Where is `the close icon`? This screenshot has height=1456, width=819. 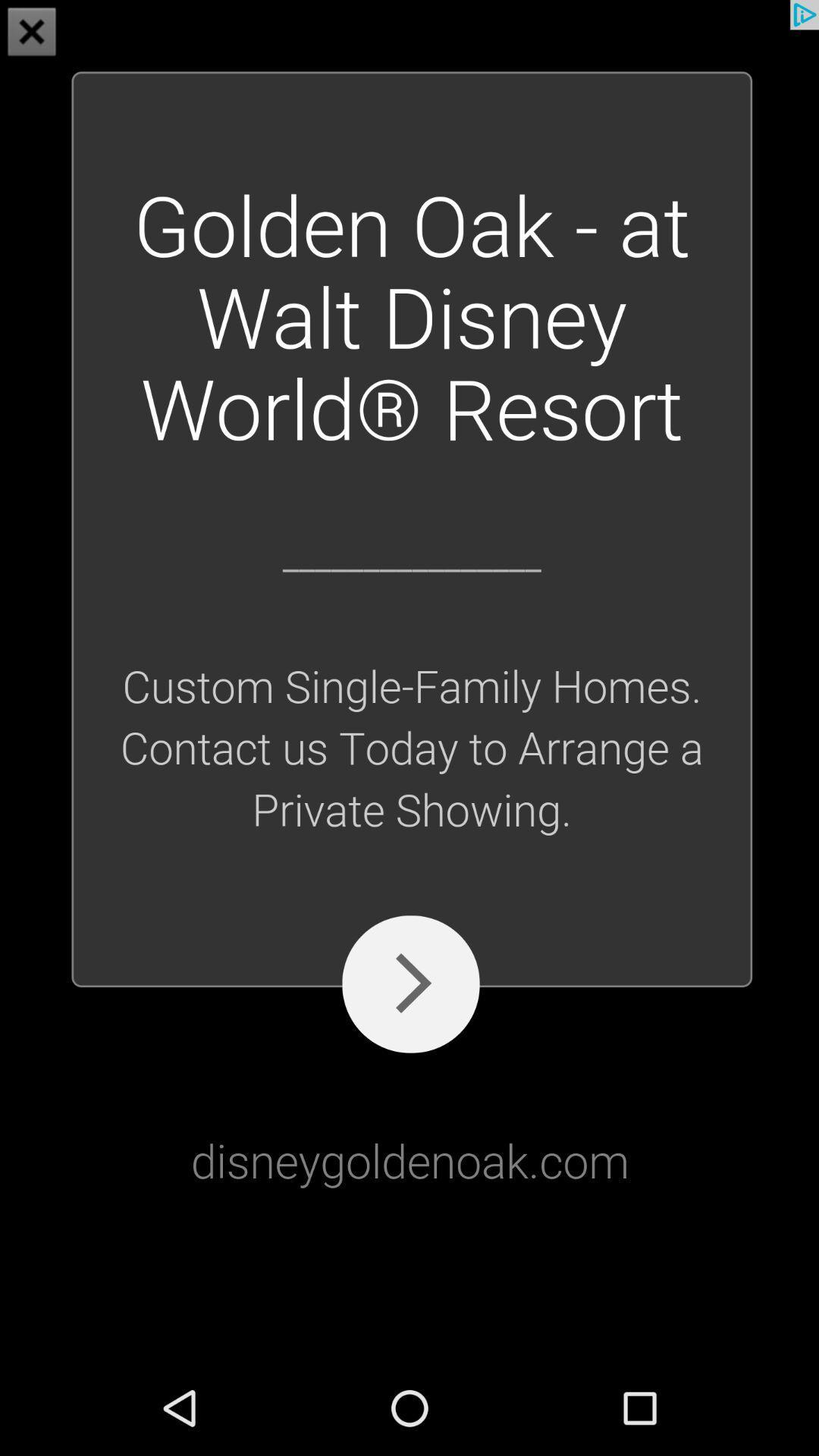
the close icon is located at coordinates (32, 33).